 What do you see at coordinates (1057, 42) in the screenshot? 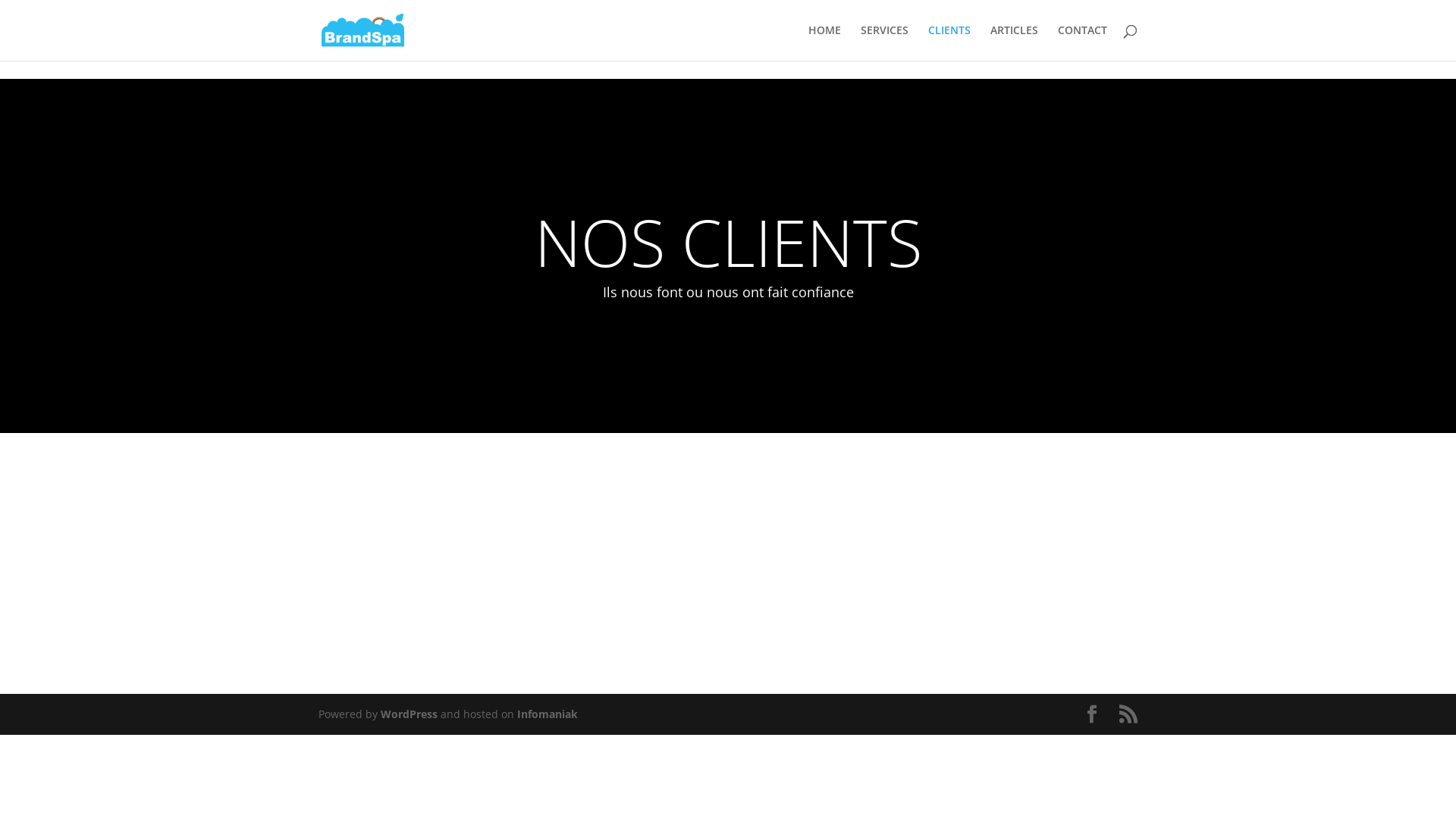
I see `'CONTACT'` at bounding box center [1057, 42].